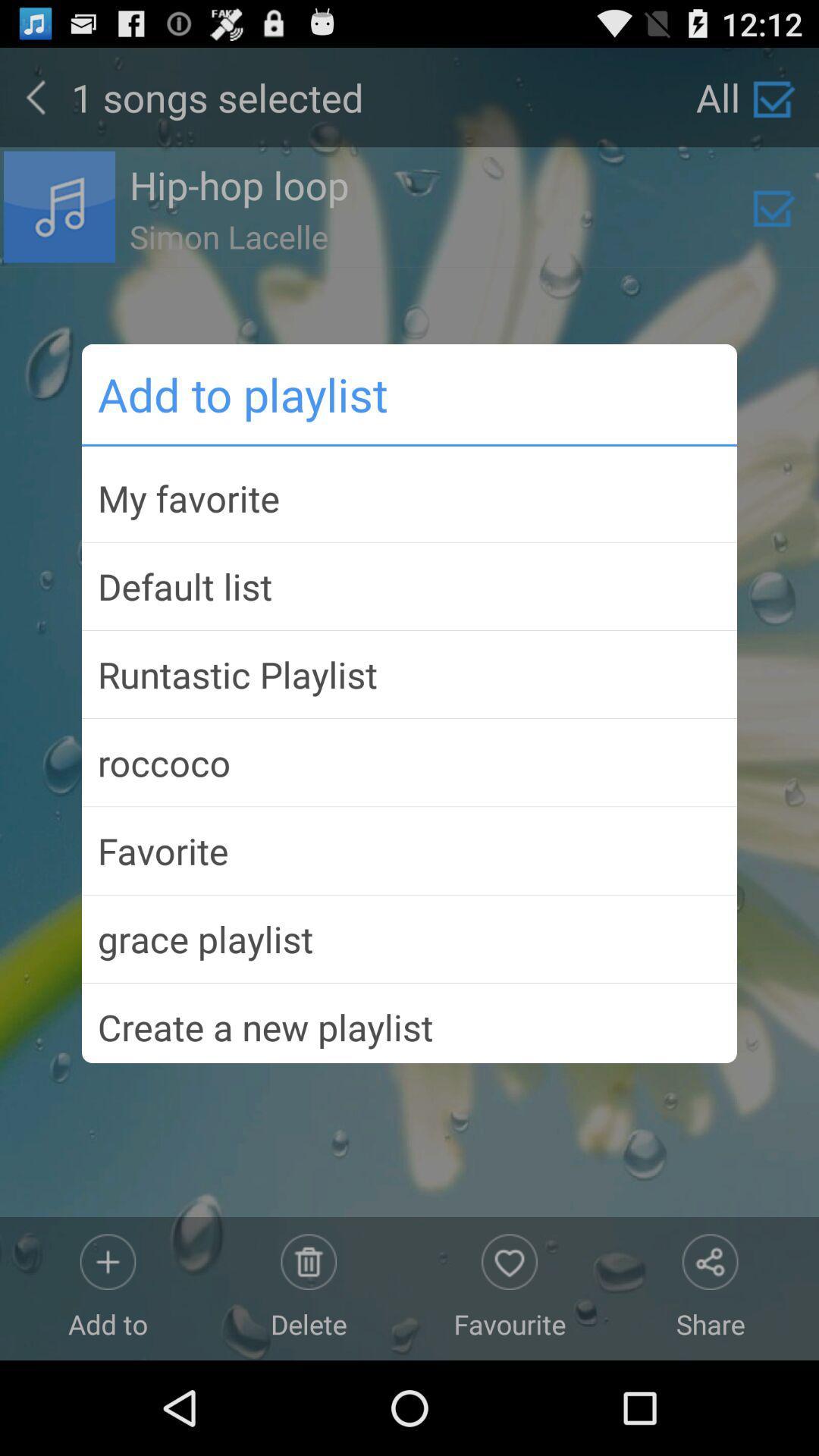  What do you see at coordinates (409, 585) in the screenshot?
I see `the icon above the runtastic playlist` at bounding box center [409, 585].